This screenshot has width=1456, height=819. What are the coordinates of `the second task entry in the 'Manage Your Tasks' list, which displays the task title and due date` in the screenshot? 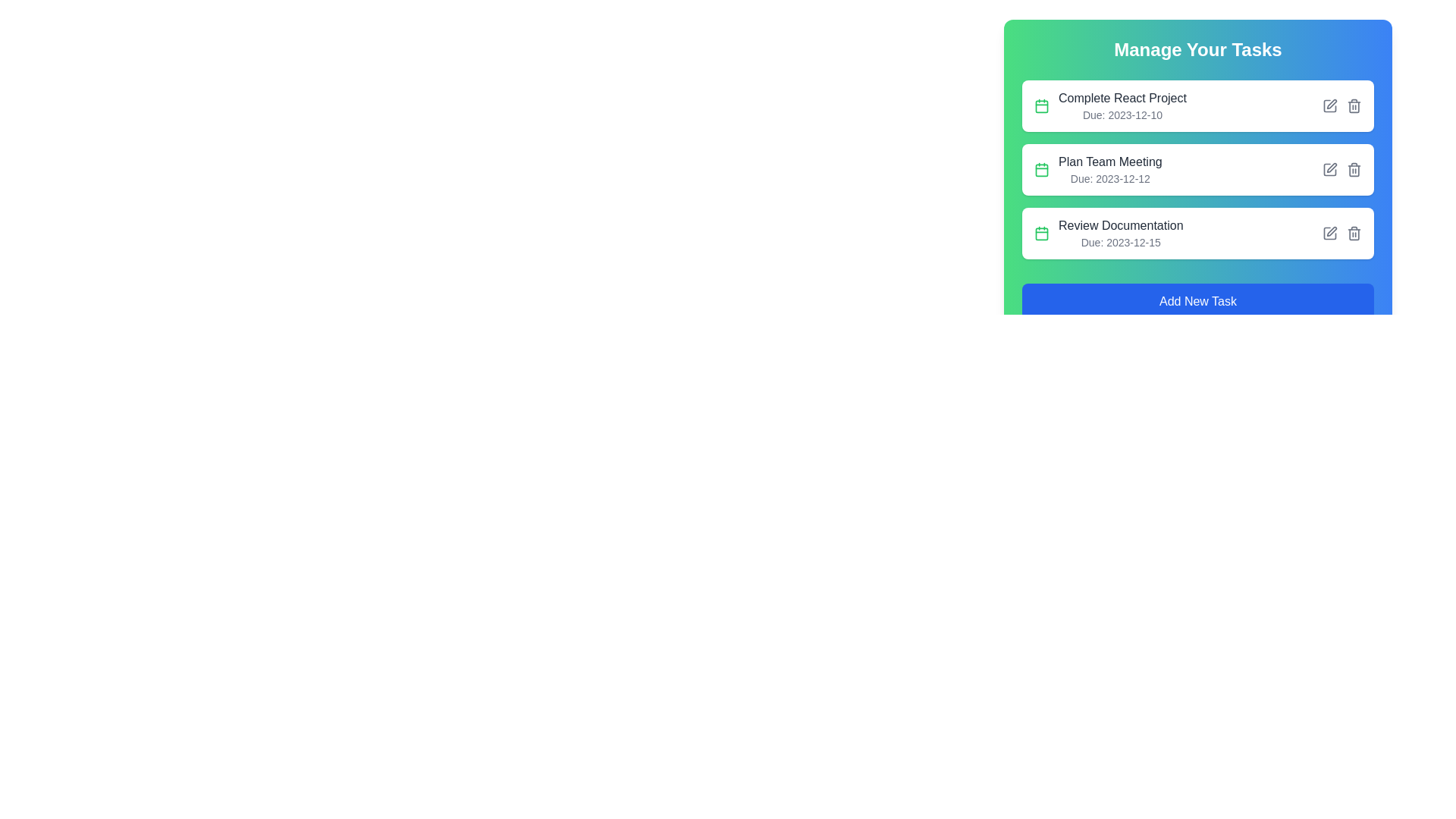 It's located at (1098, 169).